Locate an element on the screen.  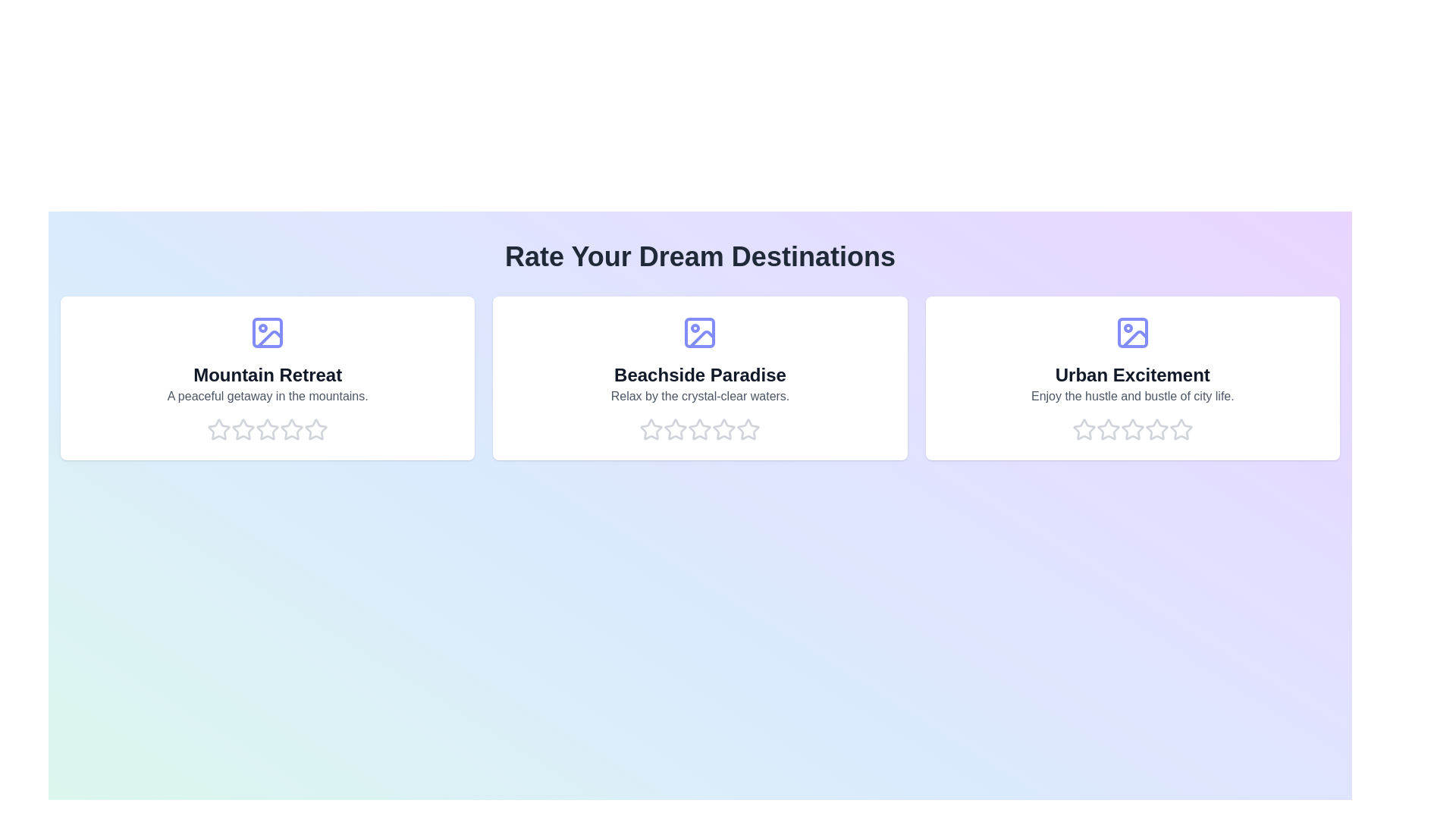
the rating for a destination to 4 stars is located at coordinates (291, 430).